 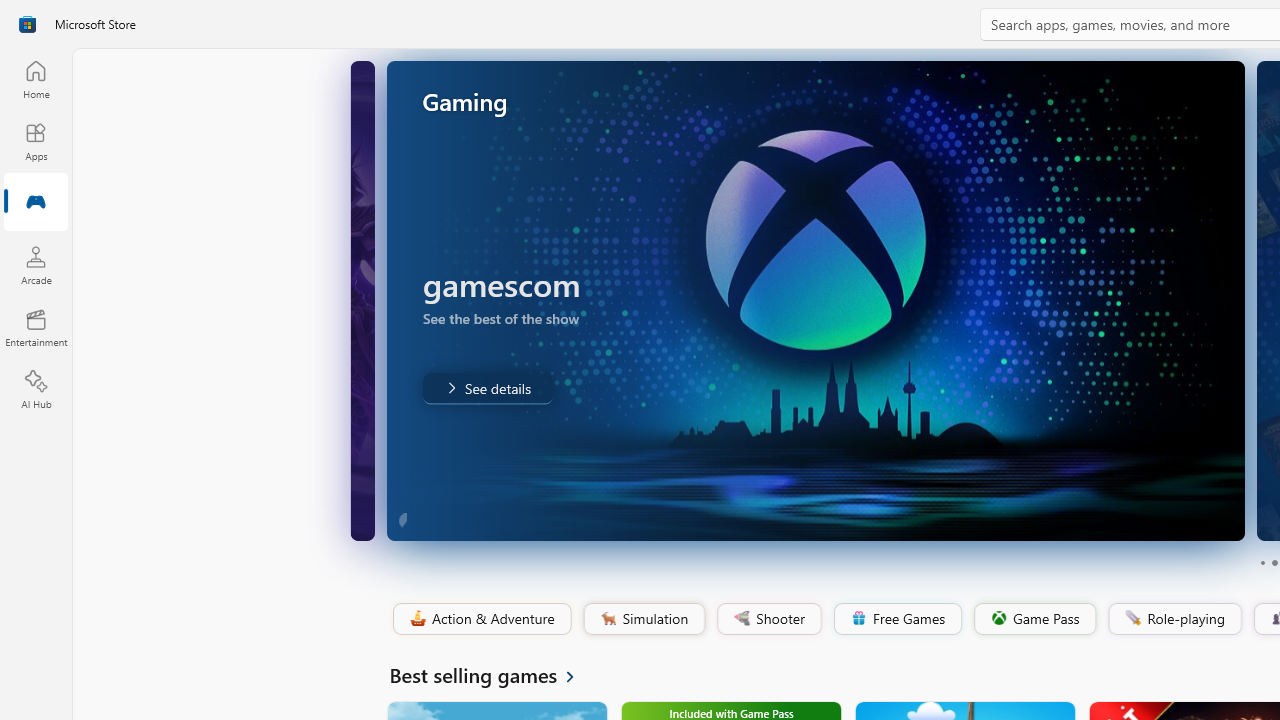 I want to click on 'Page 2', so click(x=1273, y=563).